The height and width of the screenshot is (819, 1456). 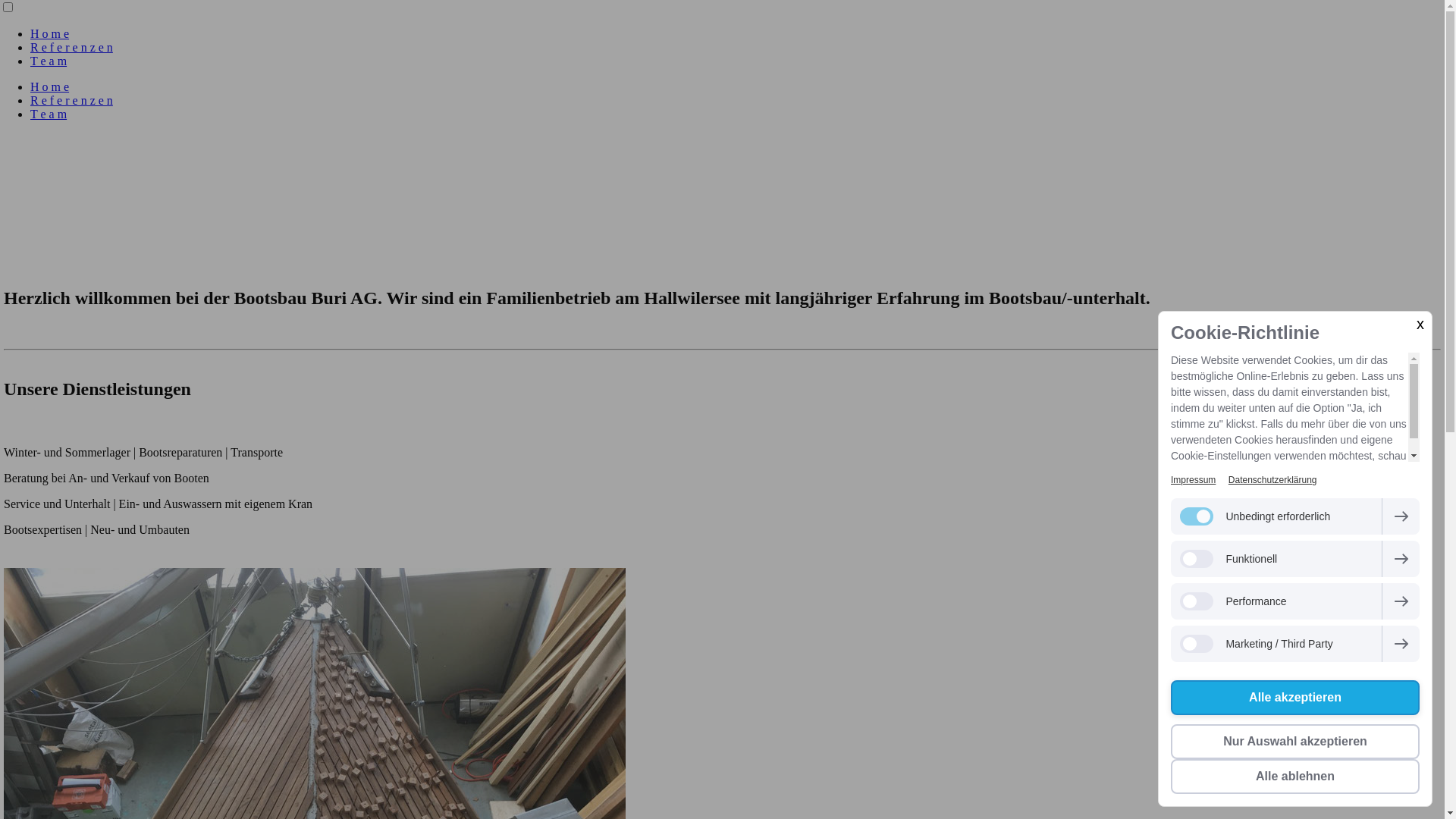 I want to click on 'Alle akzeptieren', so click(x=1294, y=698).